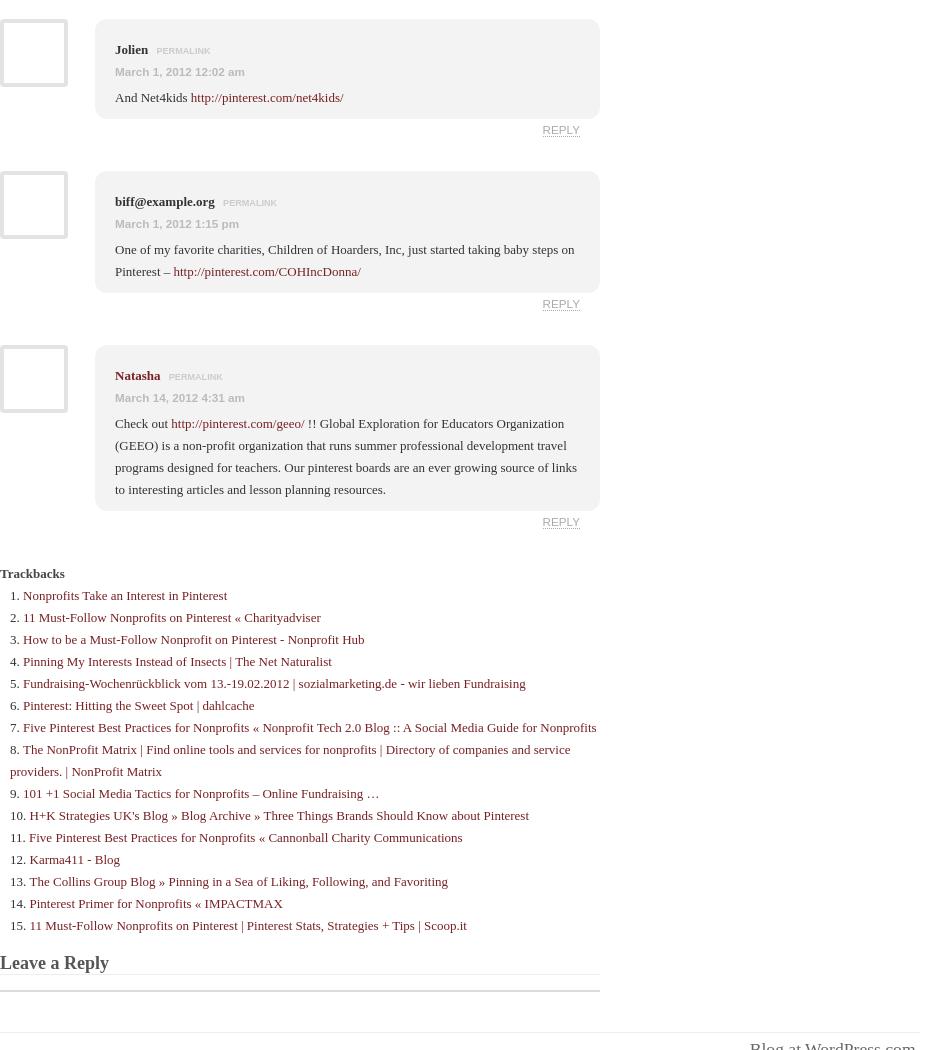 This screenshot has width=930, height=1050. What do you see at coordinates (143, 421) in the screenshot?
I see `'Check out'` at bounding box center [143, 421].